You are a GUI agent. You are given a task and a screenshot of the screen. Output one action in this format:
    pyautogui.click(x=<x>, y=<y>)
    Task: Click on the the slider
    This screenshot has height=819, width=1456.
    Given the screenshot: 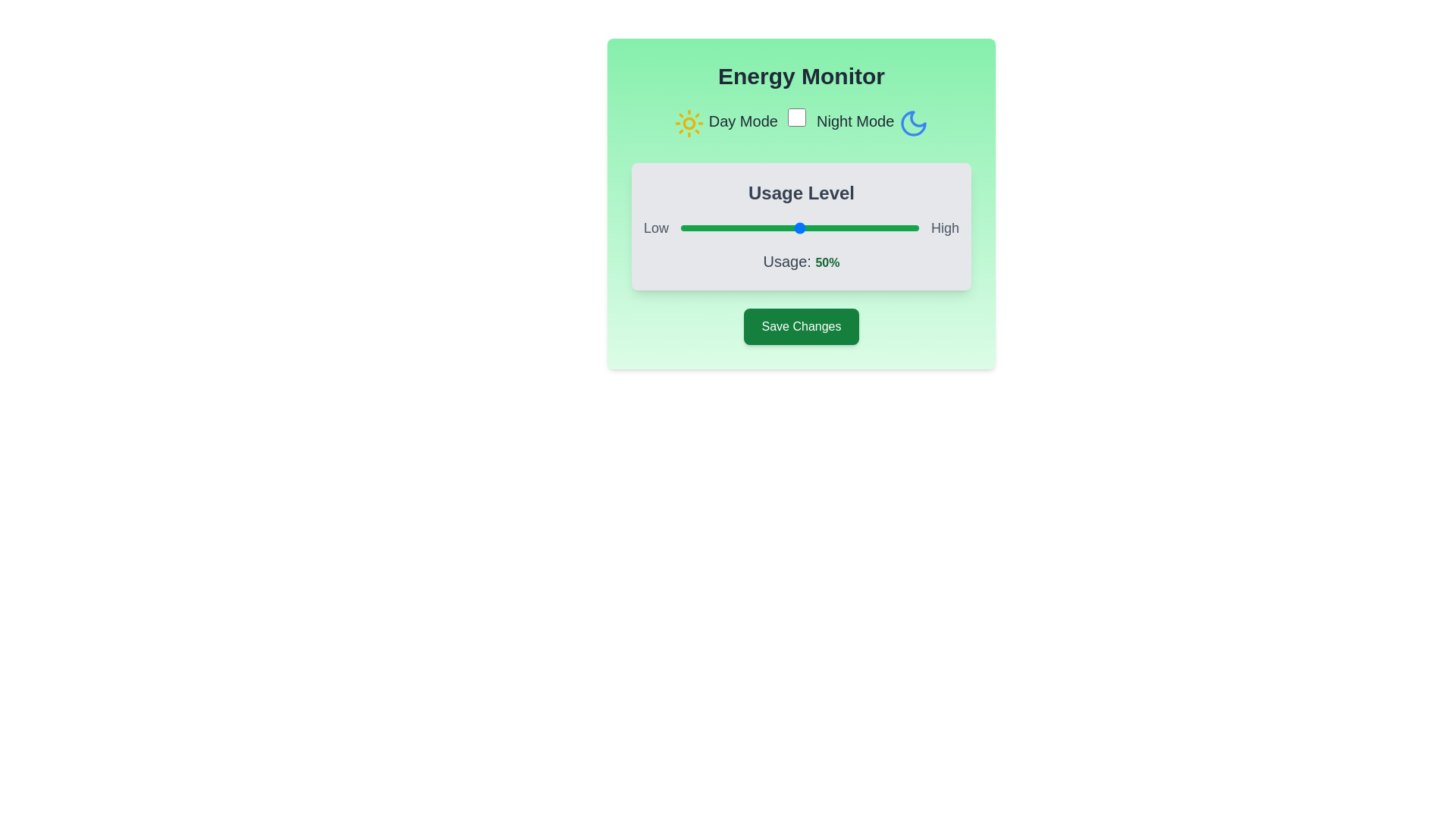 What is the action you would take?
    pyautogui.click(x=827, y=227)
    